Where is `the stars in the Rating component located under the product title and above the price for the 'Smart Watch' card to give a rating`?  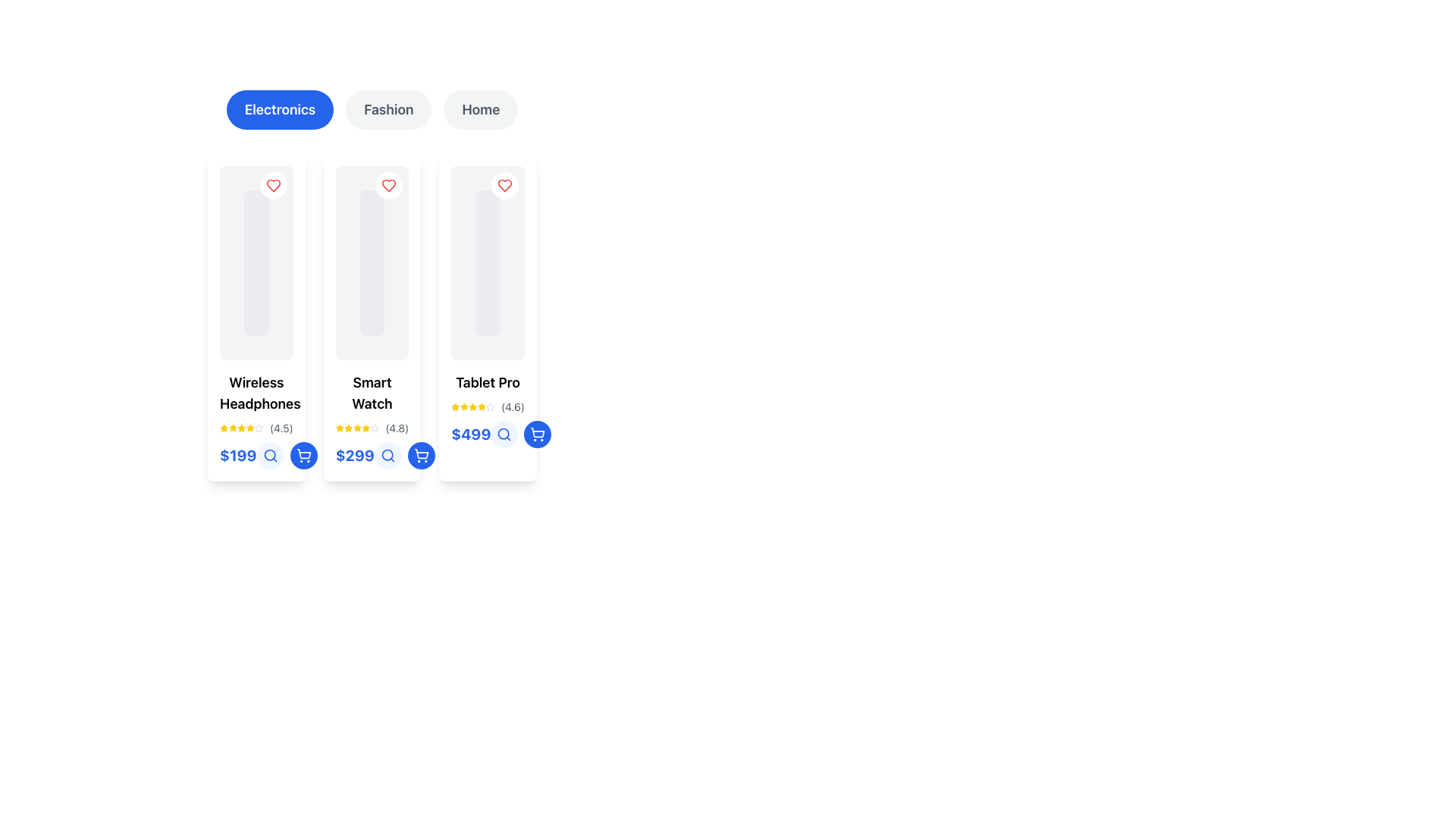
the stars in the Rating component located under the product title and above the price for the 'Smart Watch' card to give a rating is located at coordinates (372, 428).